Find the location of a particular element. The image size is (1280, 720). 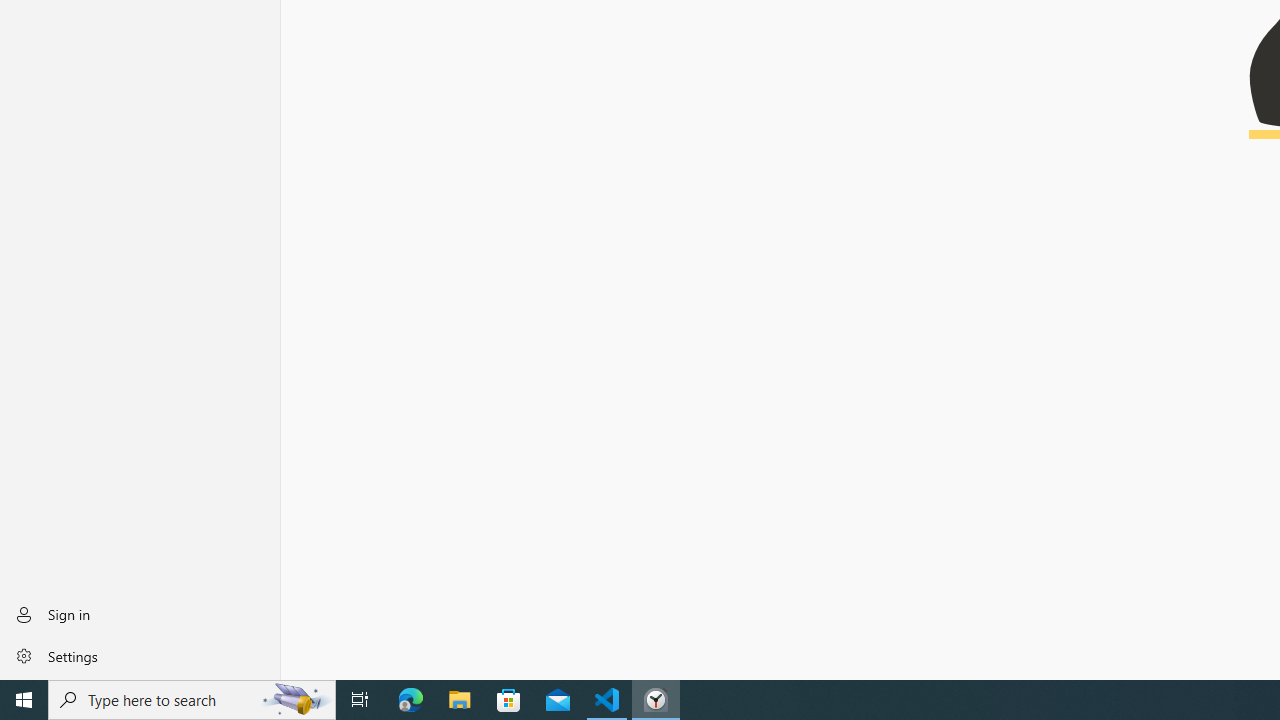

'Search highlights icon opens search home window' is located at coordinates (294, 698).